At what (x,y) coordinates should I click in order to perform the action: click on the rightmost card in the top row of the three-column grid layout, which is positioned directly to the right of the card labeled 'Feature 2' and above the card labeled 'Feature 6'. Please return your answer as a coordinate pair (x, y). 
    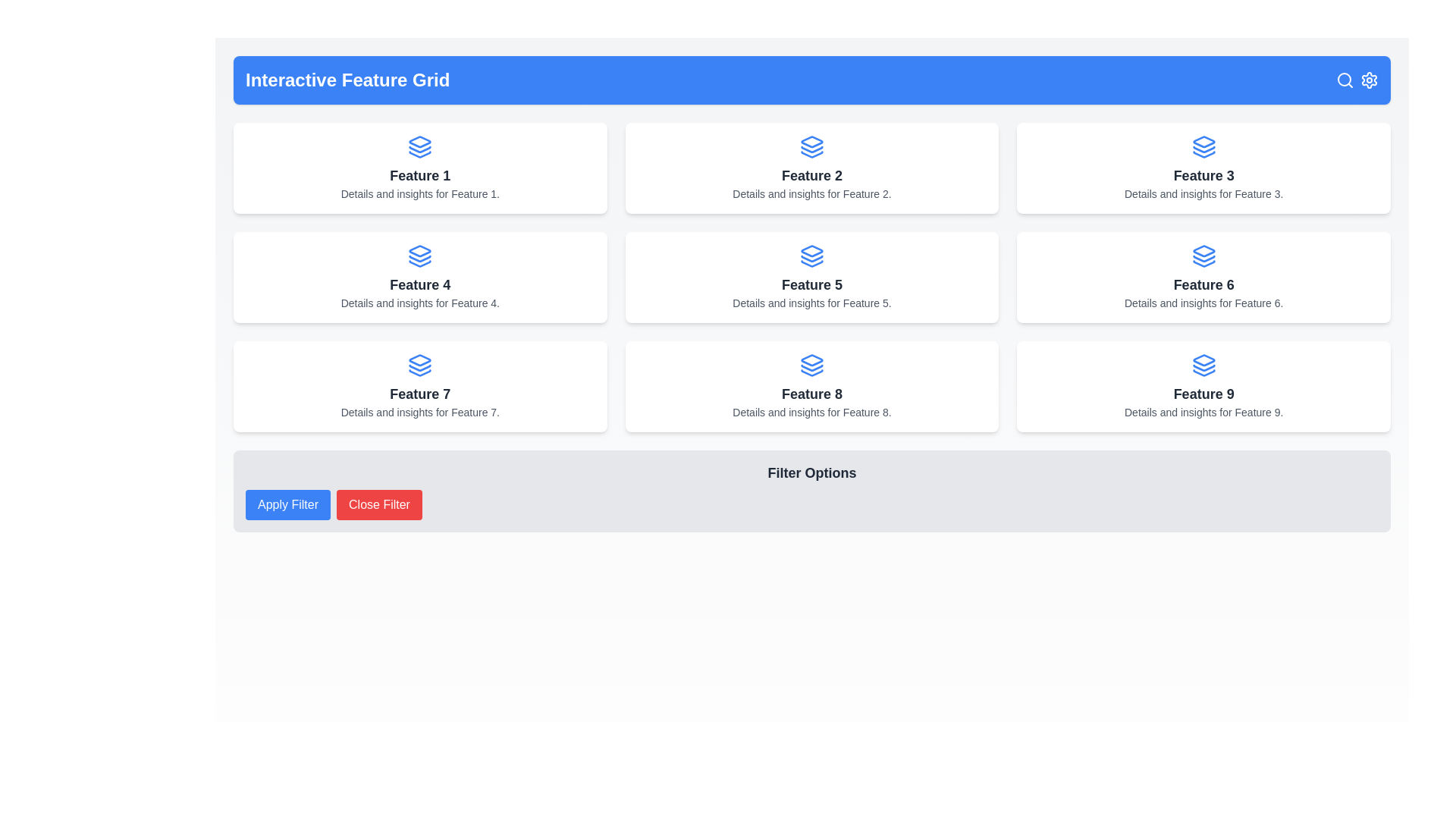
    Looking at the image, I should click on (1203, 168).